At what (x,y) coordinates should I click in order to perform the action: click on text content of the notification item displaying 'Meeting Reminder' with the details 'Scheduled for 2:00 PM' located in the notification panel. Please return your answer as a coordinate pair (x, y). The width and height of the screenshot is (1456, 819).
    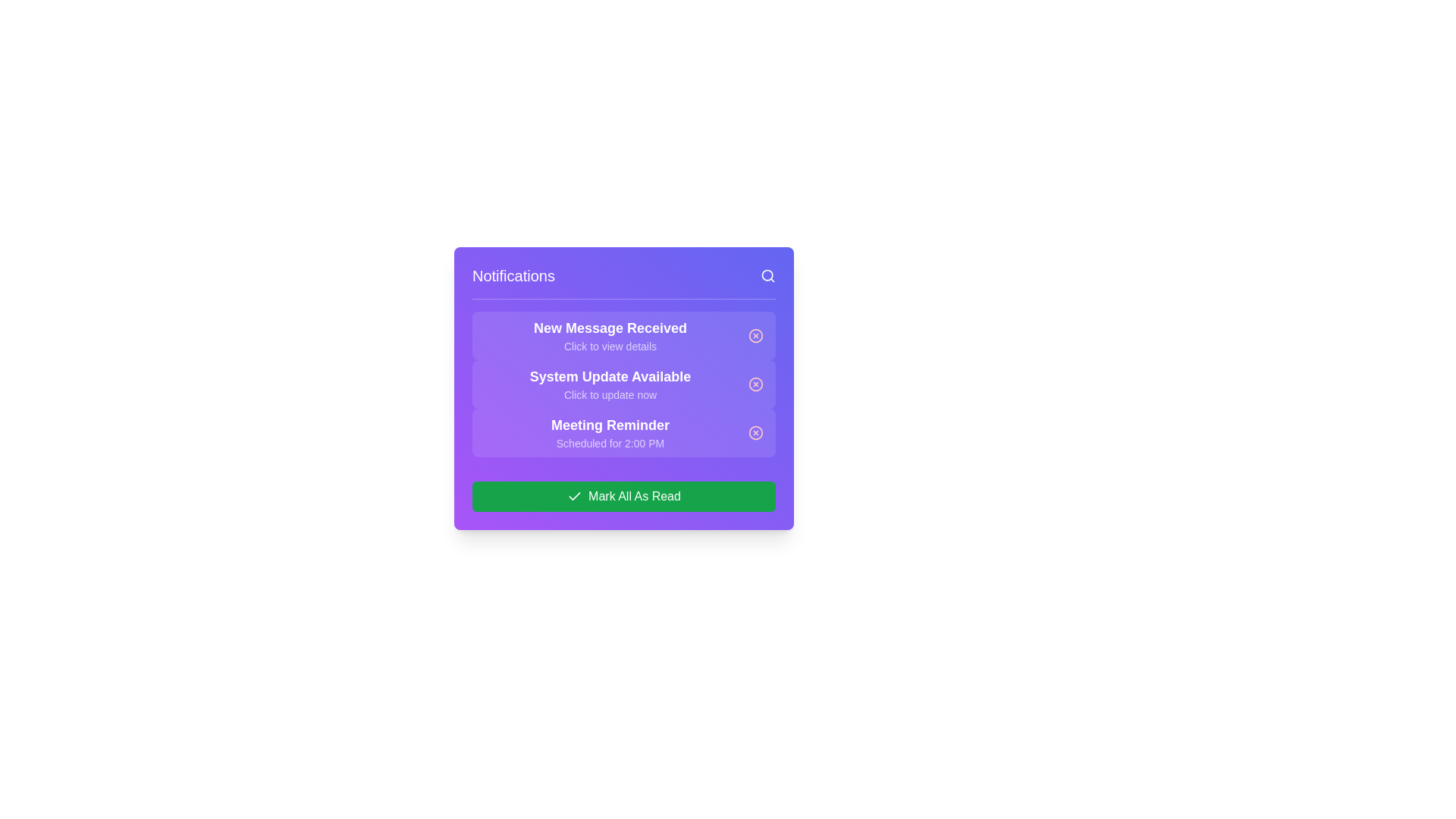
    Looking at the image, I should click on (610, 432).